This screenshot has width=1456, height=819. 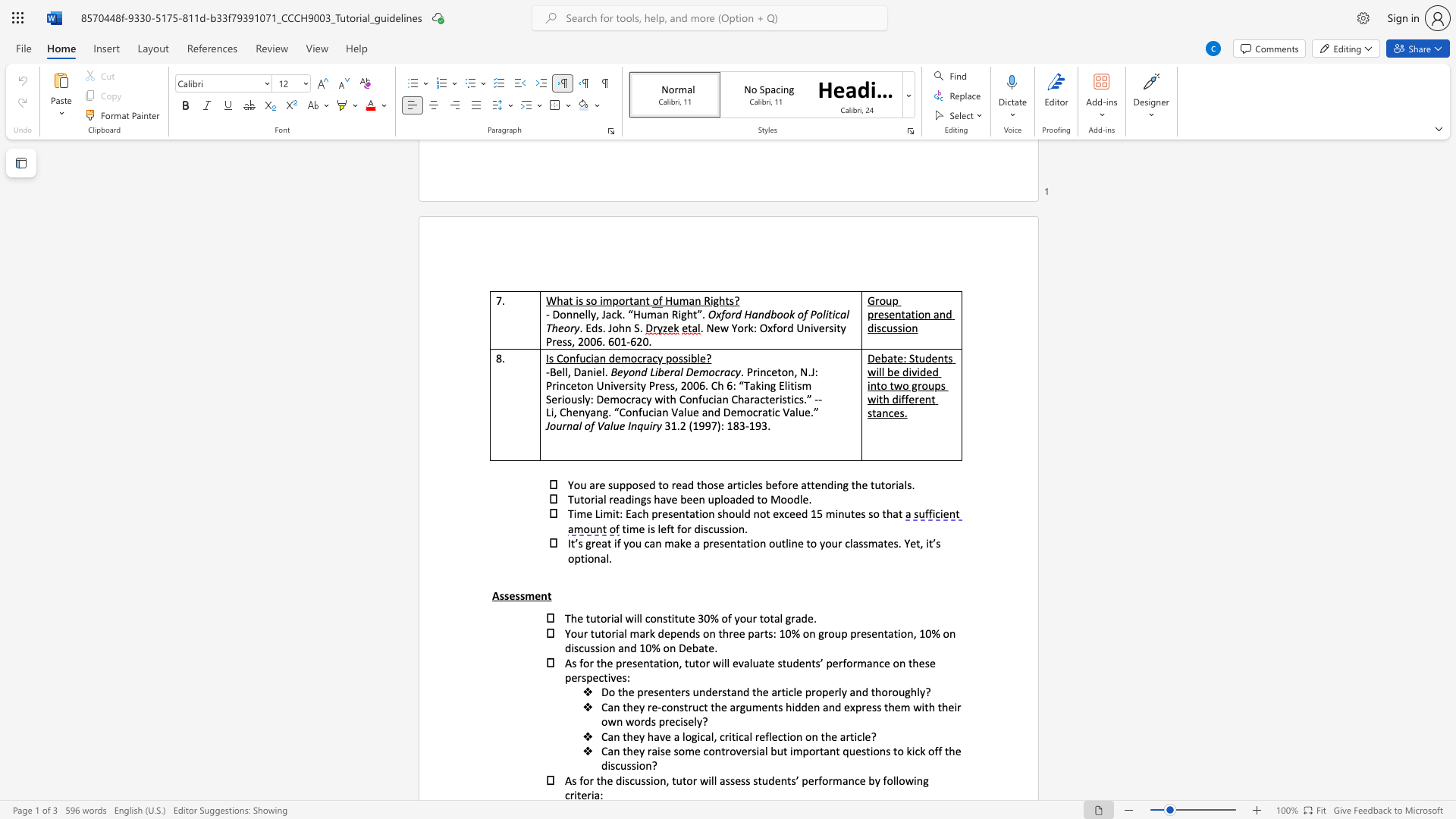 What do you see at coordinates (491, 595) in the screenshot?
I see `the subset text "Ass" within the text "Assessment"` at bounding box center [491, 595].